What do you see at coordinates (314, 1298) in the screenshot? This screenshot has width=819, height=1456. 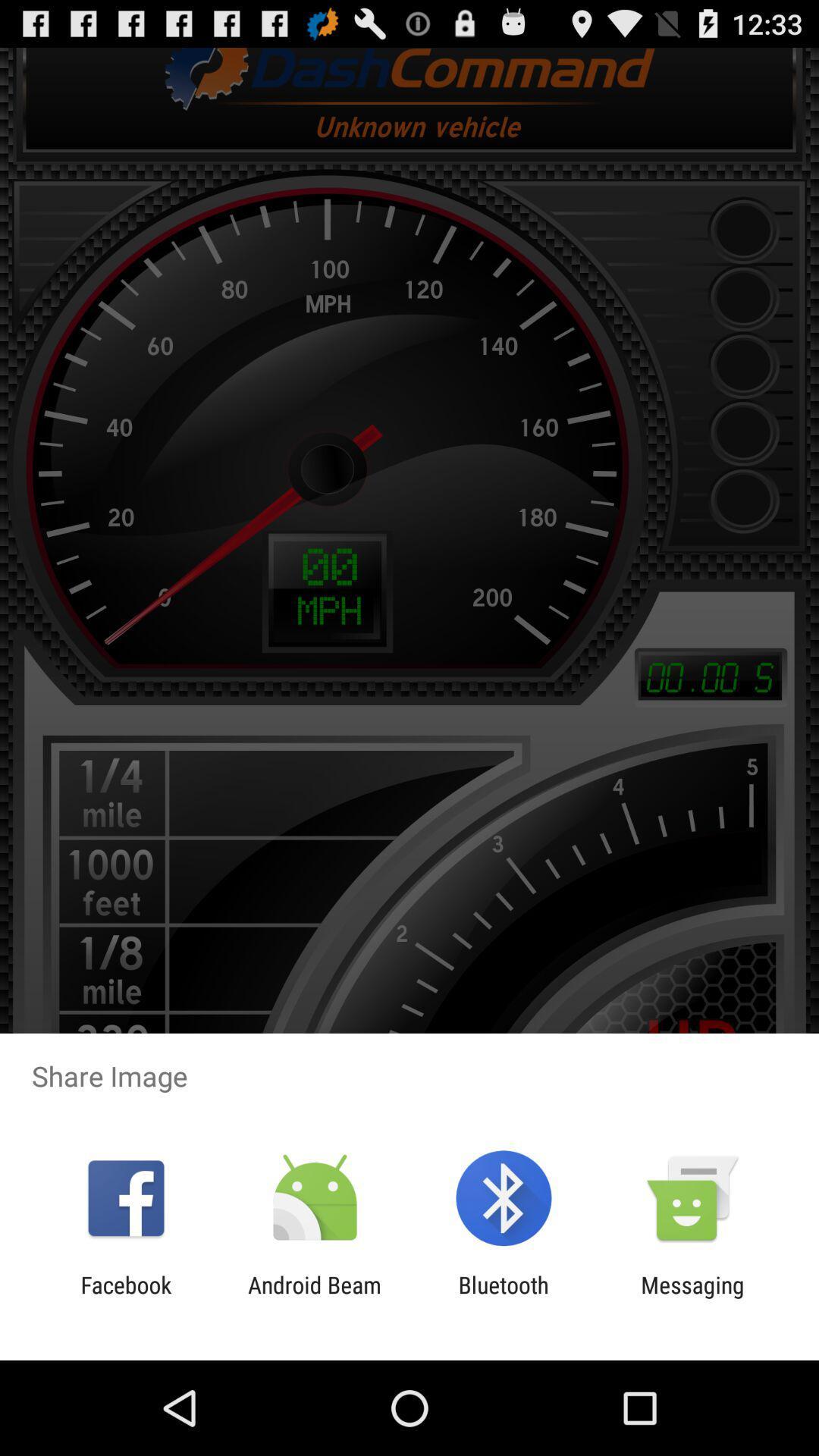 I see `icon to the right of facebook app` at bounding box center [314, 1298].